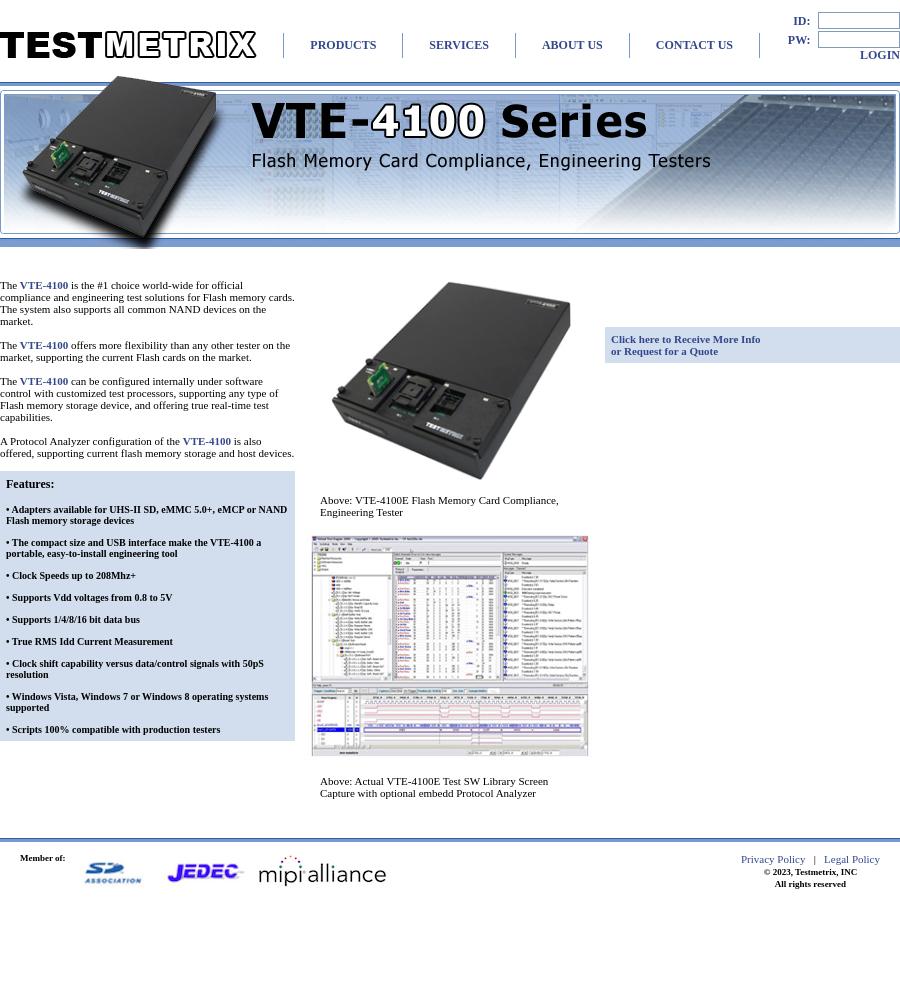  I want to click on 'Clock shift capability versus data/control signals with 50pS resolution', so click(134, 669).